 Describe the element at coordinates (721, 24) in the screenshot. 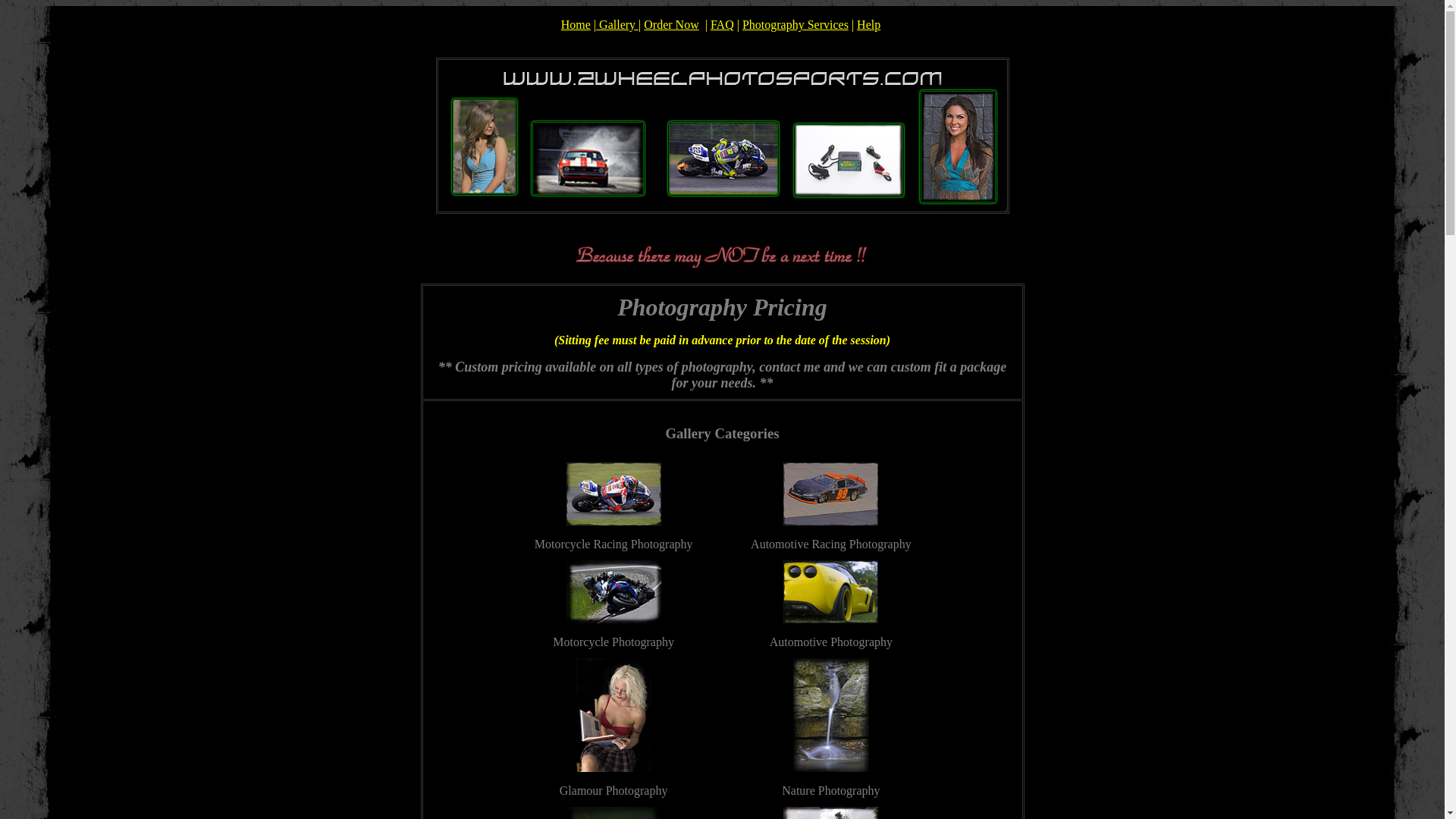

I see `'FAQ'` at that location.